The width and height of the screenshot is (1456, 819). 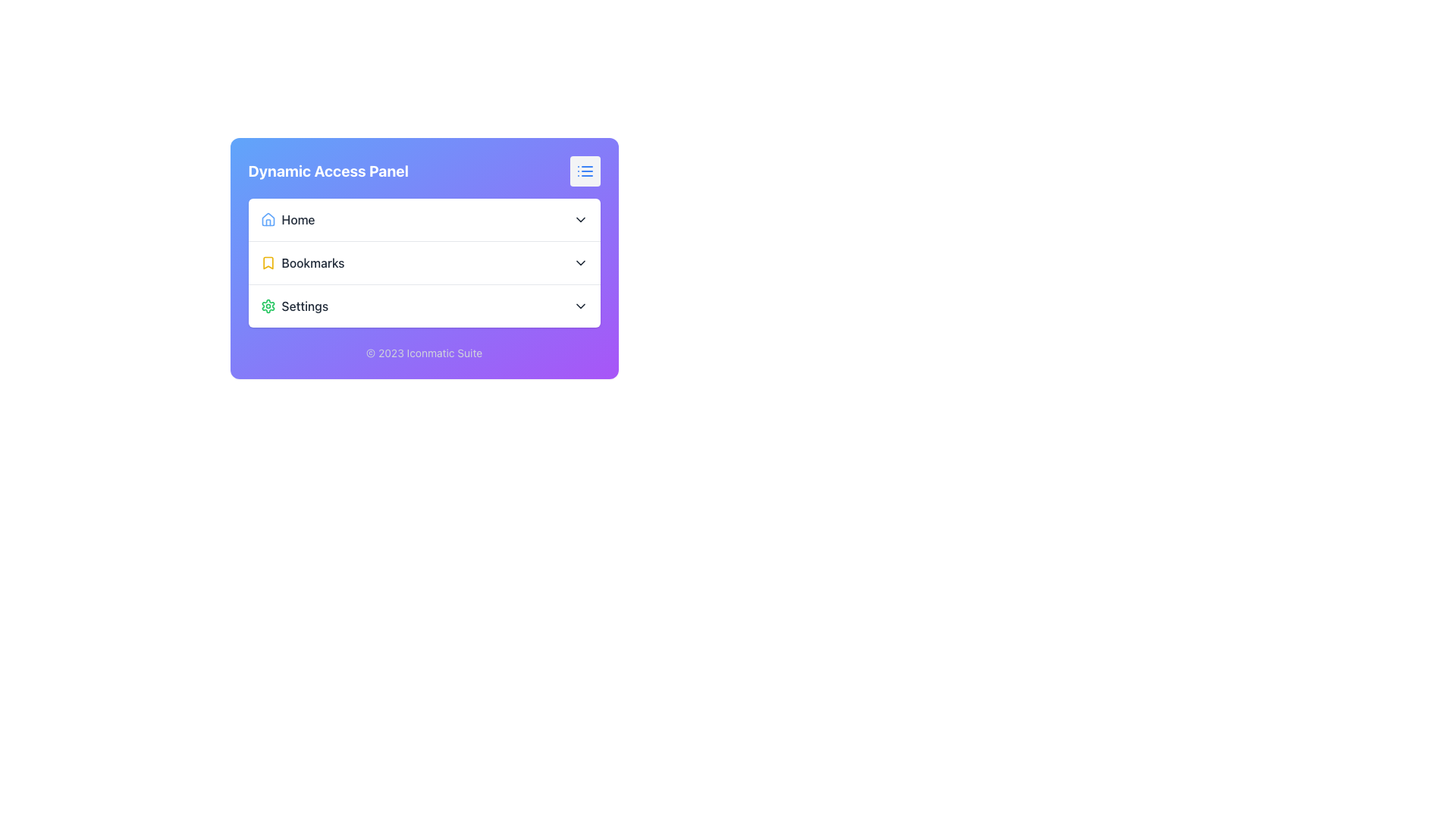 I want to click on the 'Home' button, which features a blue house icon and is the first item in the vertical navigation menu, so click(x=287, y=219).